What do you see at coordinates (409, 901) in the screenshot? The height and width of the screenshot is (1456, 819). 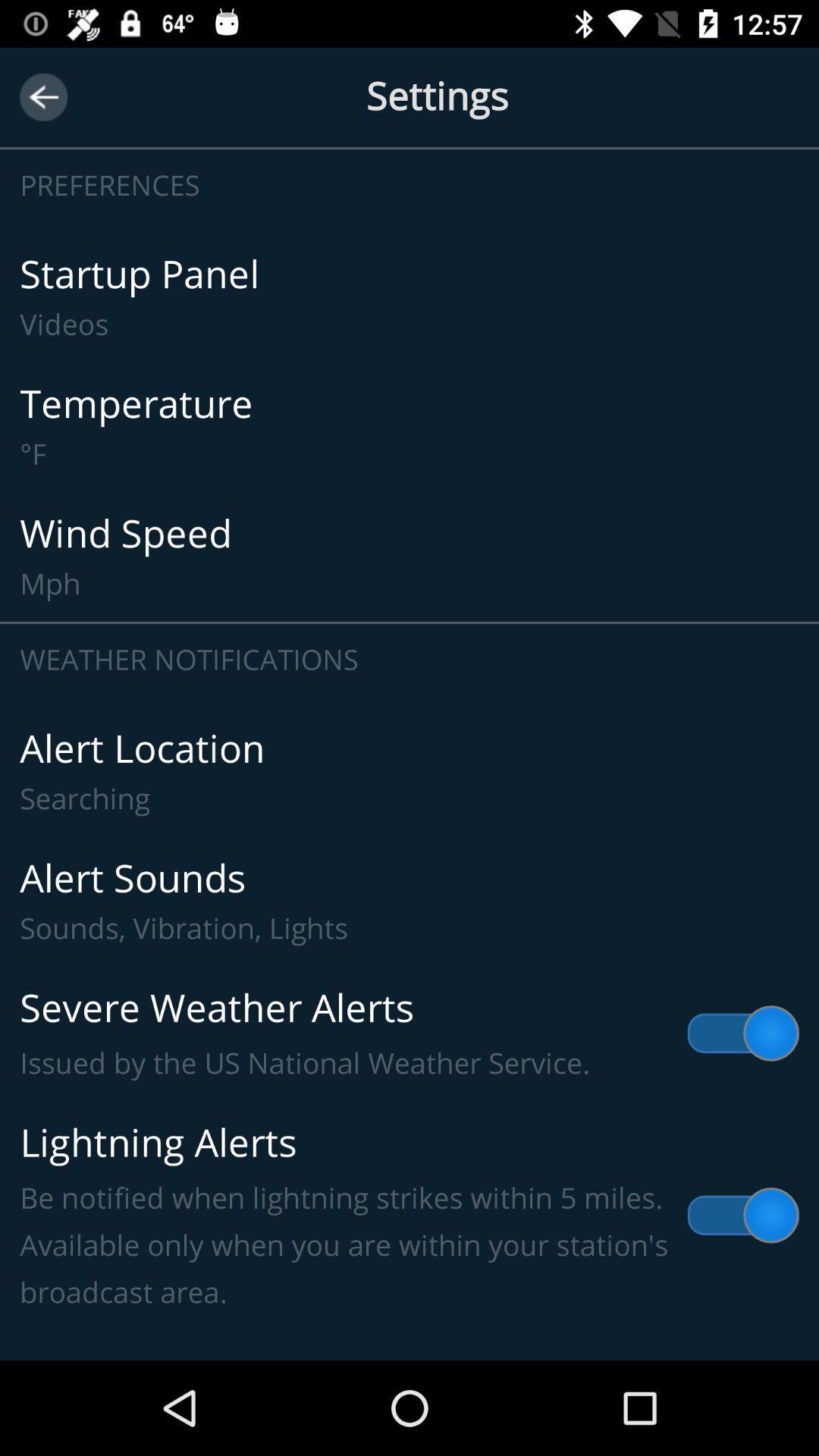 I see `item above severe weather alerts item` at bounding box center [409, 901].